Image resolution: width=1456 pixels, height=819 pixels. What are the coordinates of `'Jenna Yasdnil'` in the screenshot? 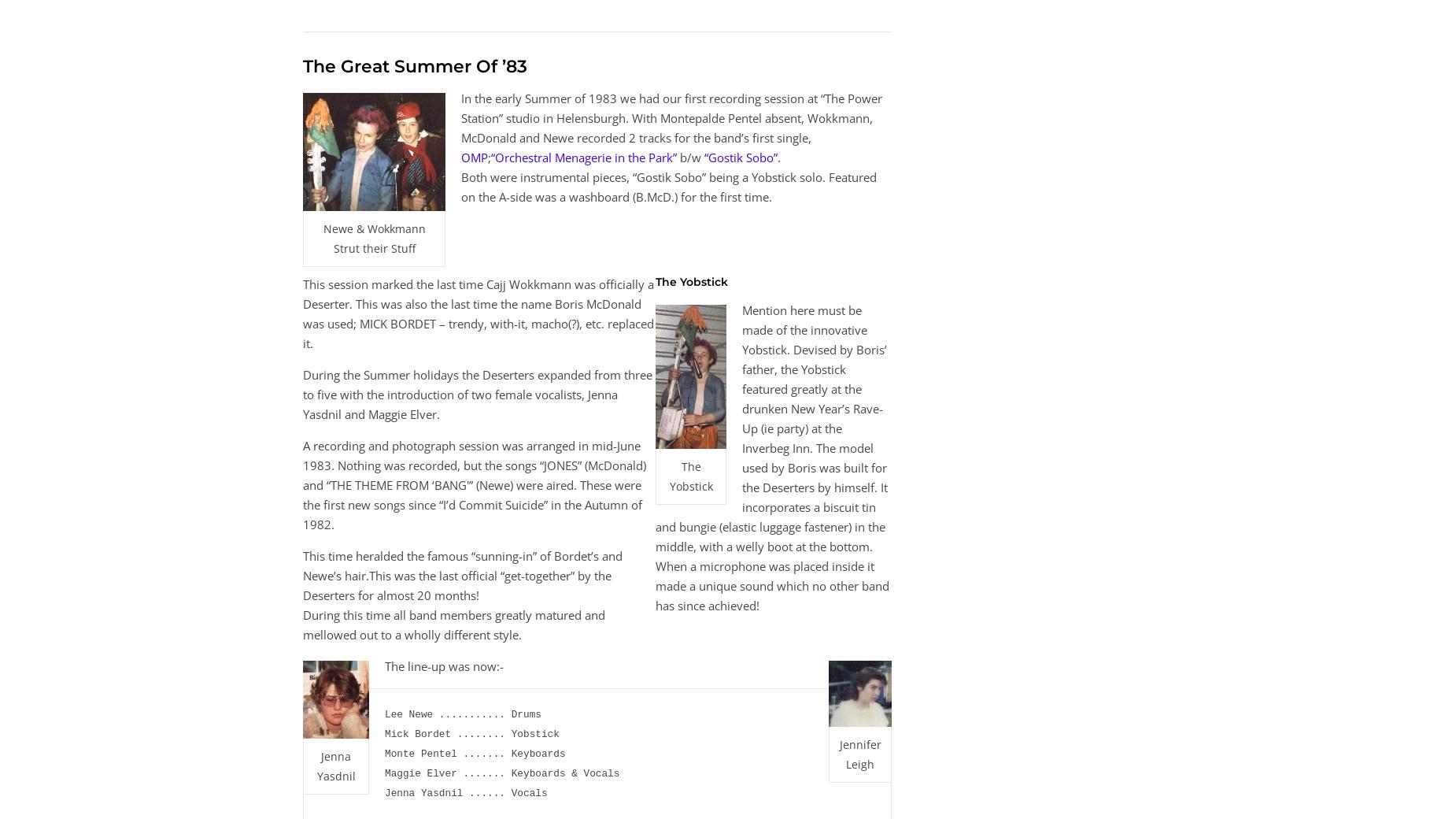 It's located at (334, 765).